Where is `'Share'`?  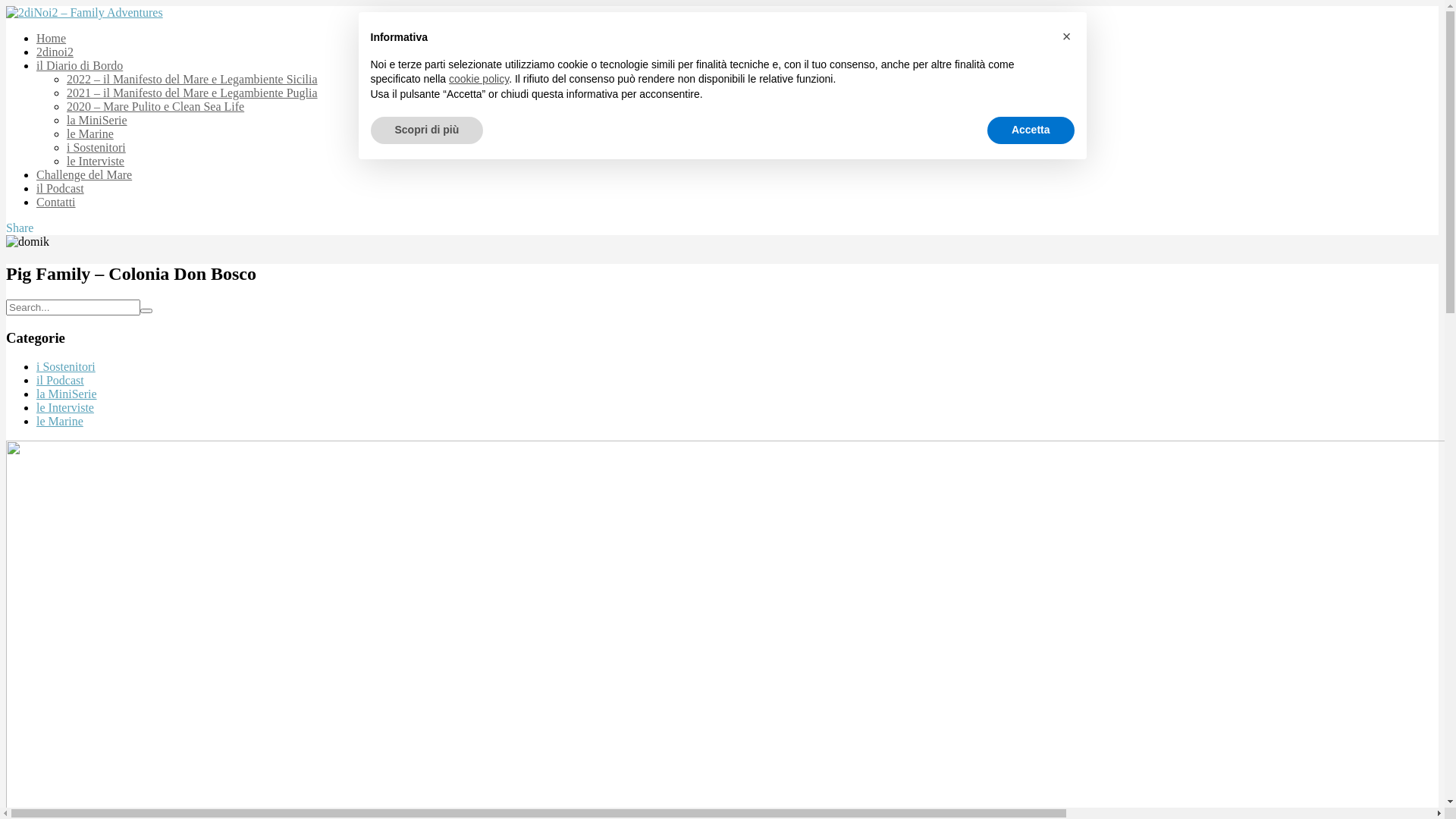 'Share' is located at coordinates (19, 227).